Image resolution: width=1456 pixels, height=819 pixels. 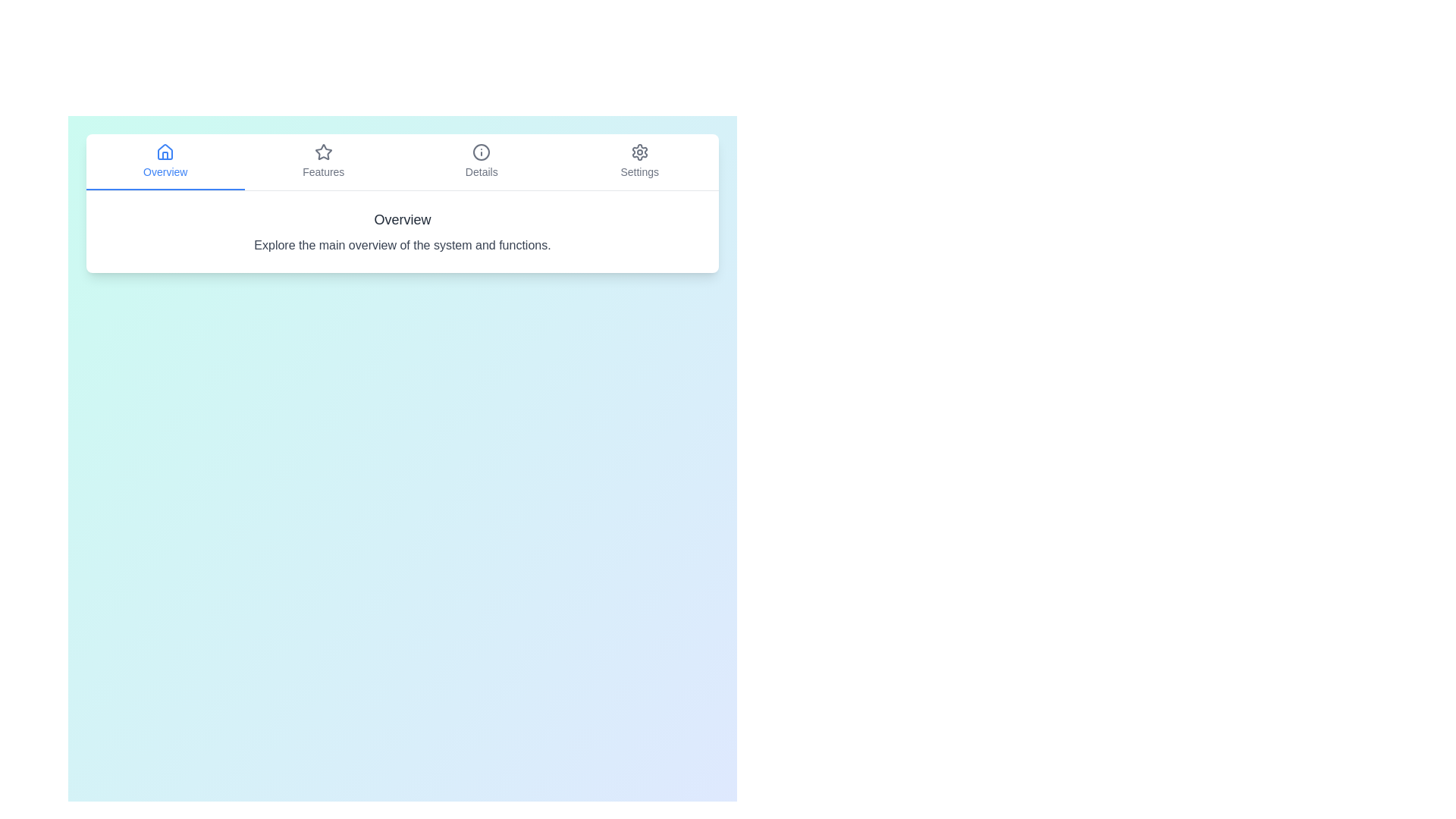 I want to click on the tab labeled Settings, so click(x=640, y=162).